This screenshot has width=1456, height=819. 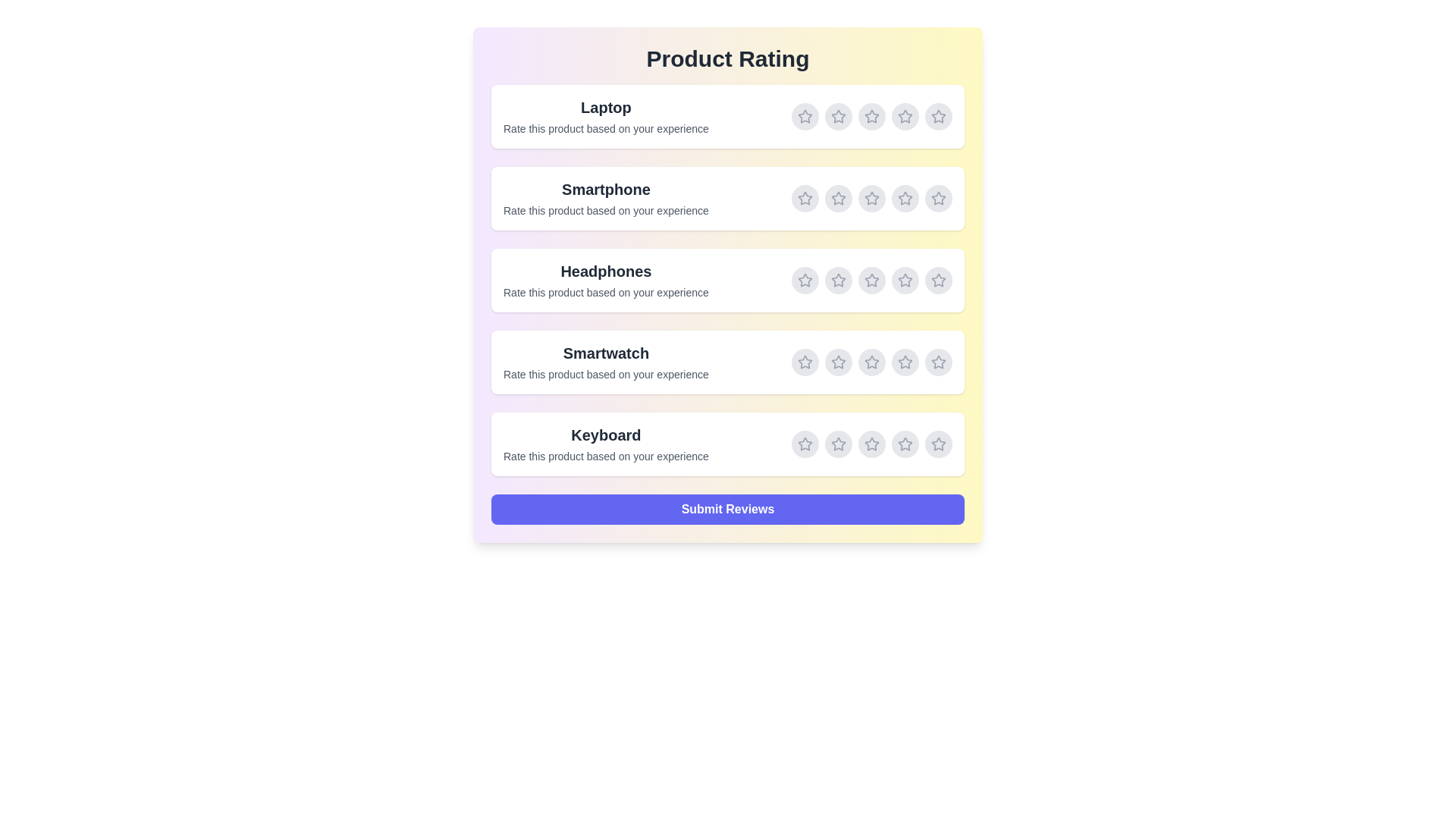 What do you see at coordinates (837, 281) in the screenshot?
I see `the rating for Headphones to 2 stars` at bounding box center [837, 281].